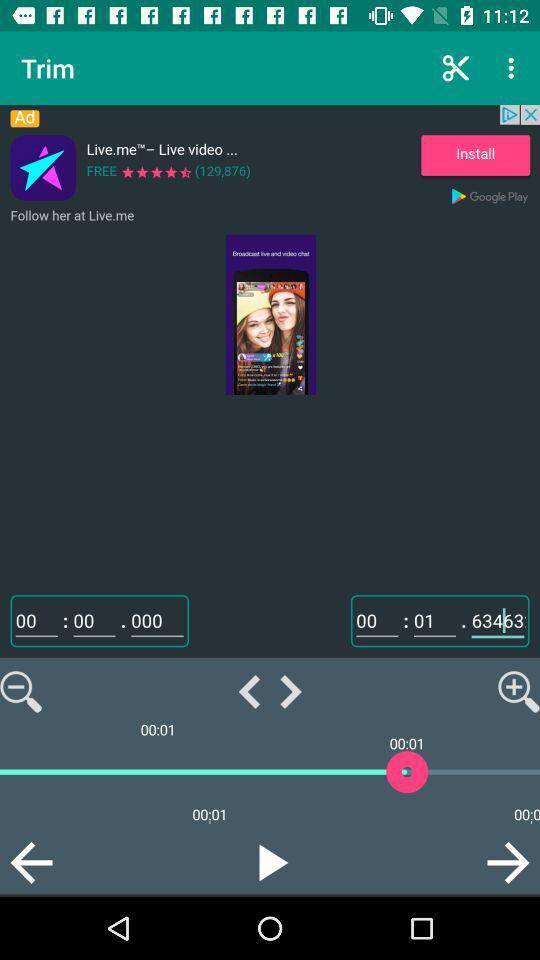 This screenshot has height=960, width=540. I want to click on the icon shown left to three vertical dot icon at the top right corner of the page, so click(456, 68).